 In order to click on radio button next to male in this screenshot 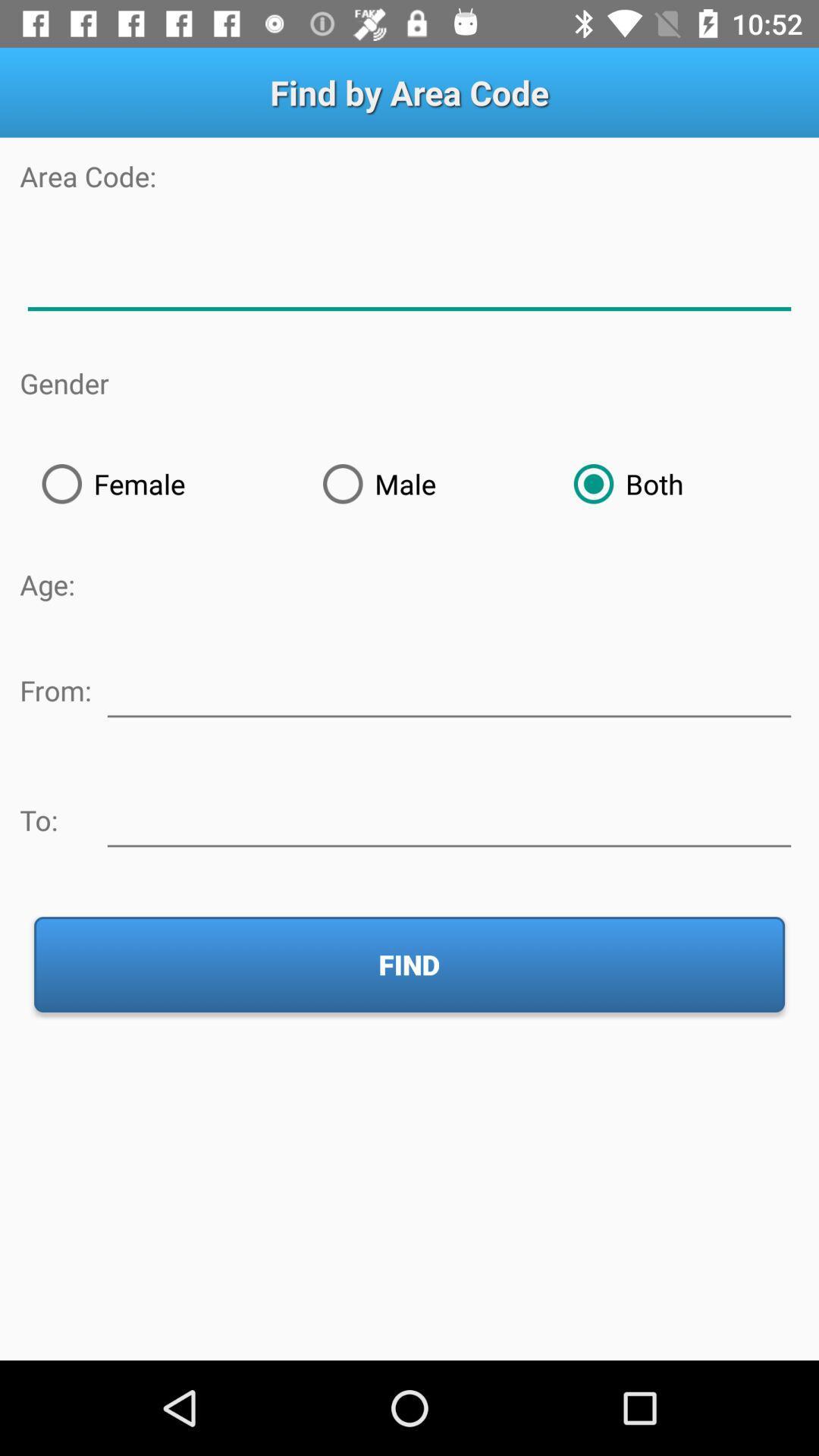, I will do `click(160, 483)`.